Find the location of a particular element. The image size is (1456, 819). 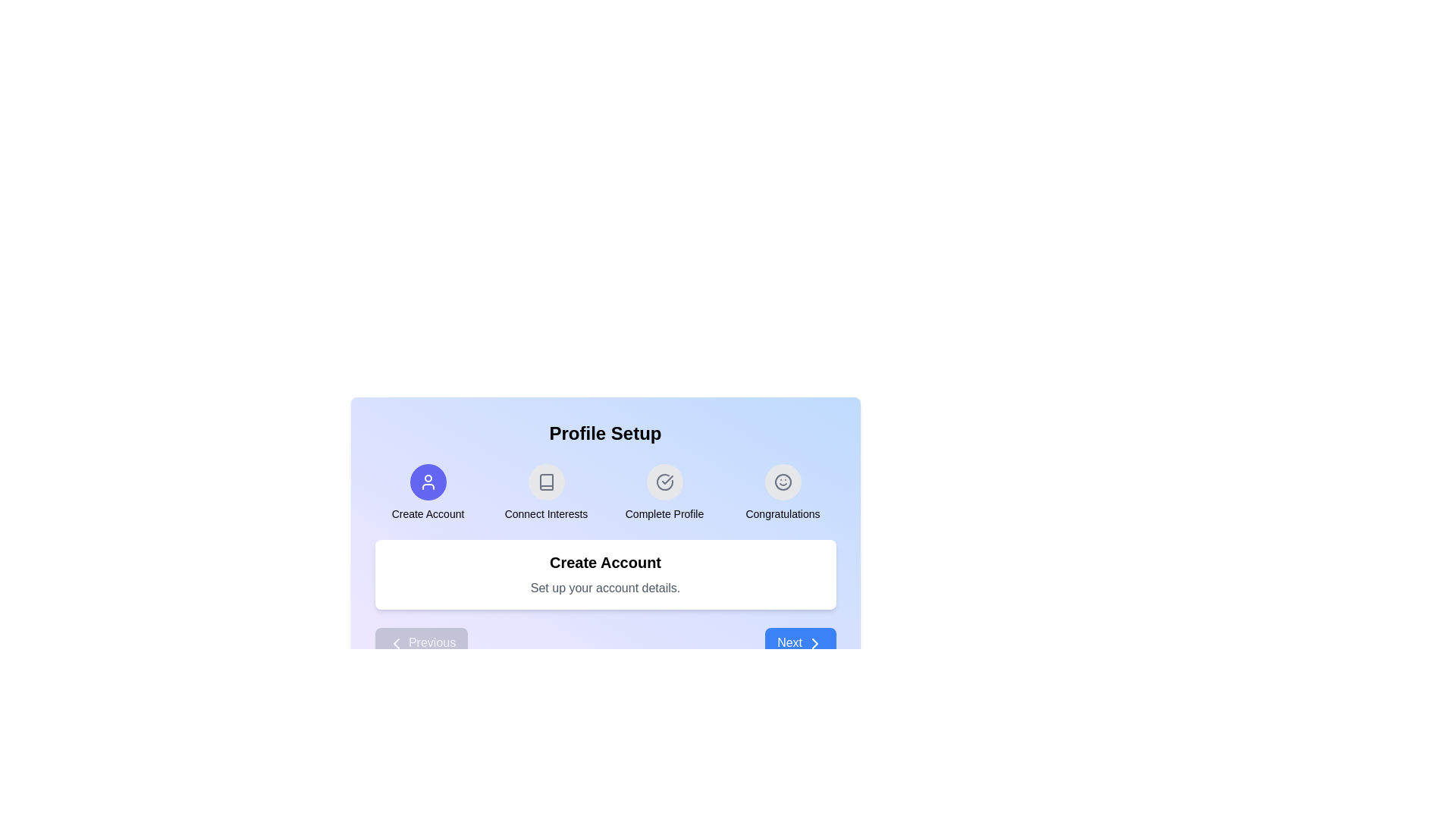

the Previous button to navigate stages is located at coordinates (421, 643).